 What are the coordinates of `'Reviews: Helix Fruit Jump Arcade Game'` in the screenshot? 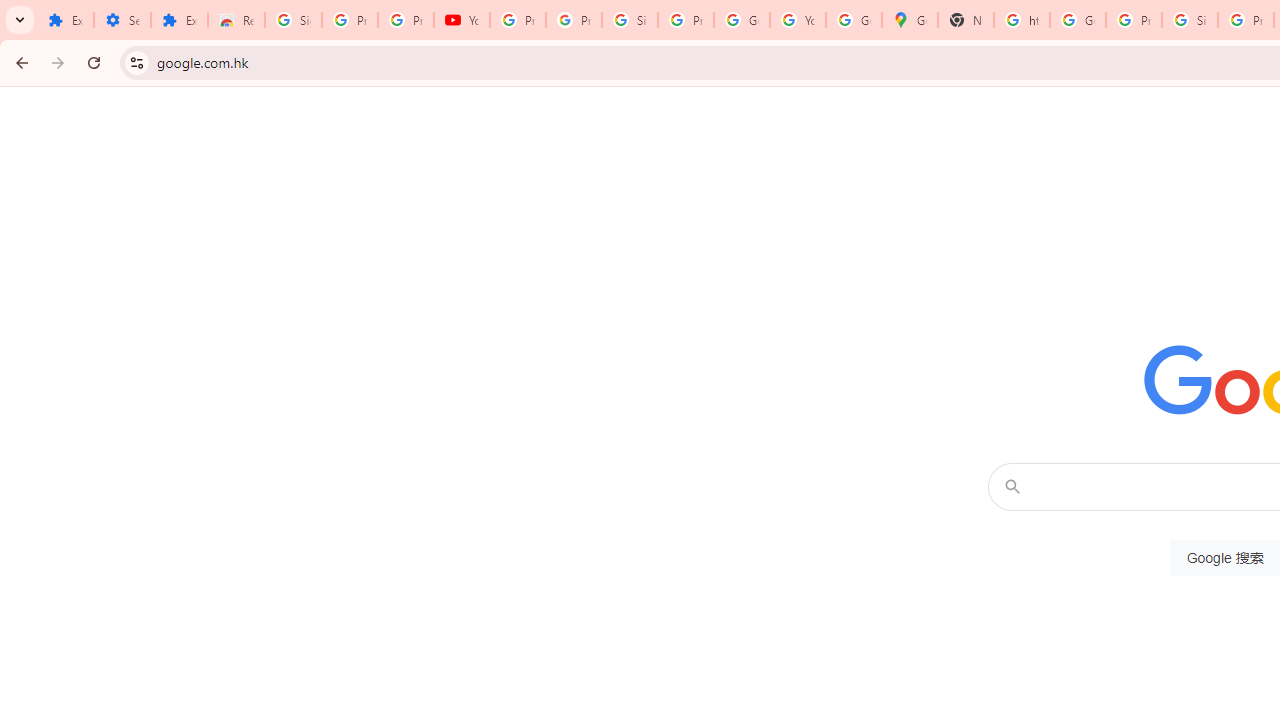 It's located at (236, 20).